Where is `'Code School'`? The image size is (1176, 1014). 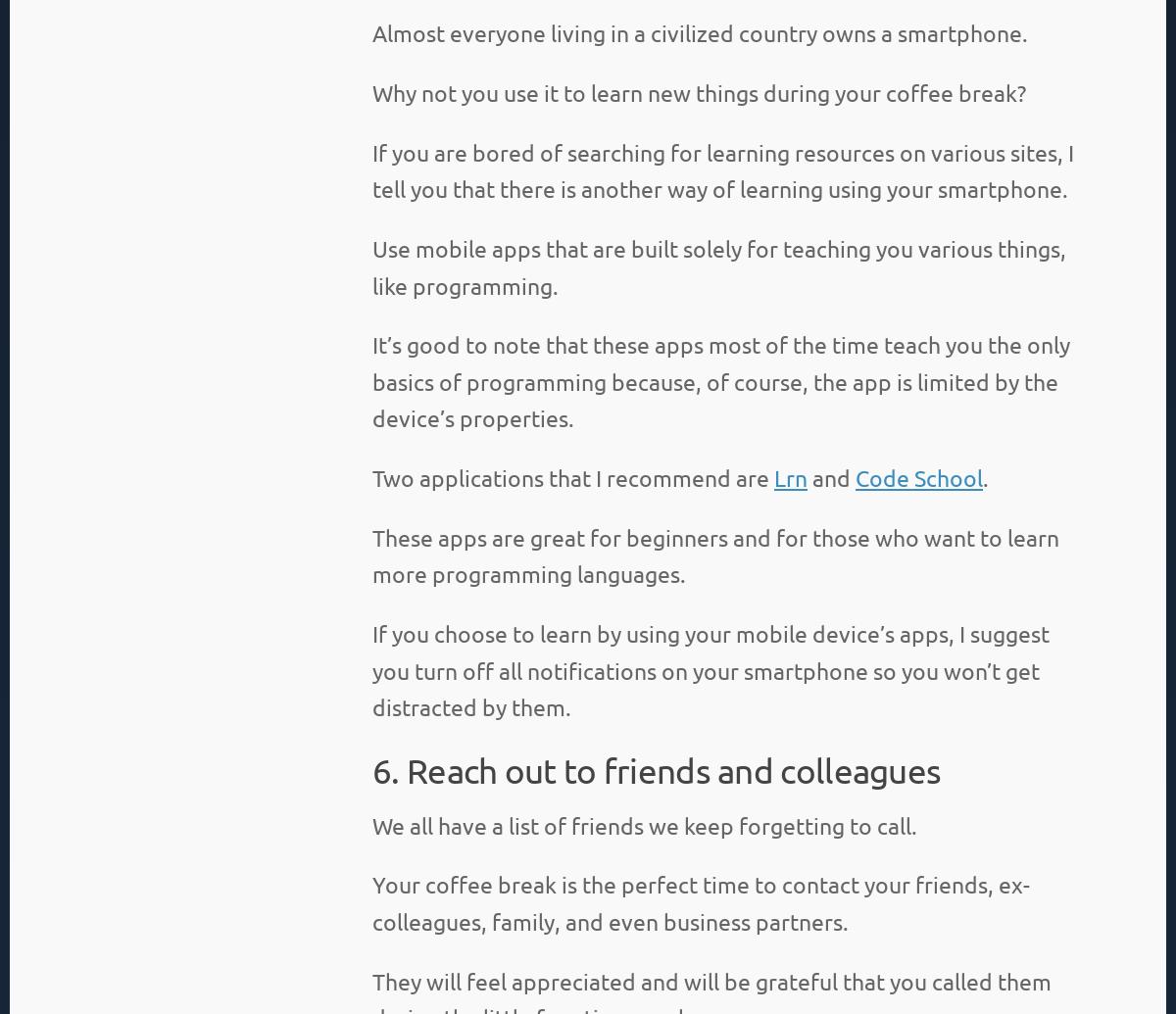 'Code School' is located at coordinates (855, 477).